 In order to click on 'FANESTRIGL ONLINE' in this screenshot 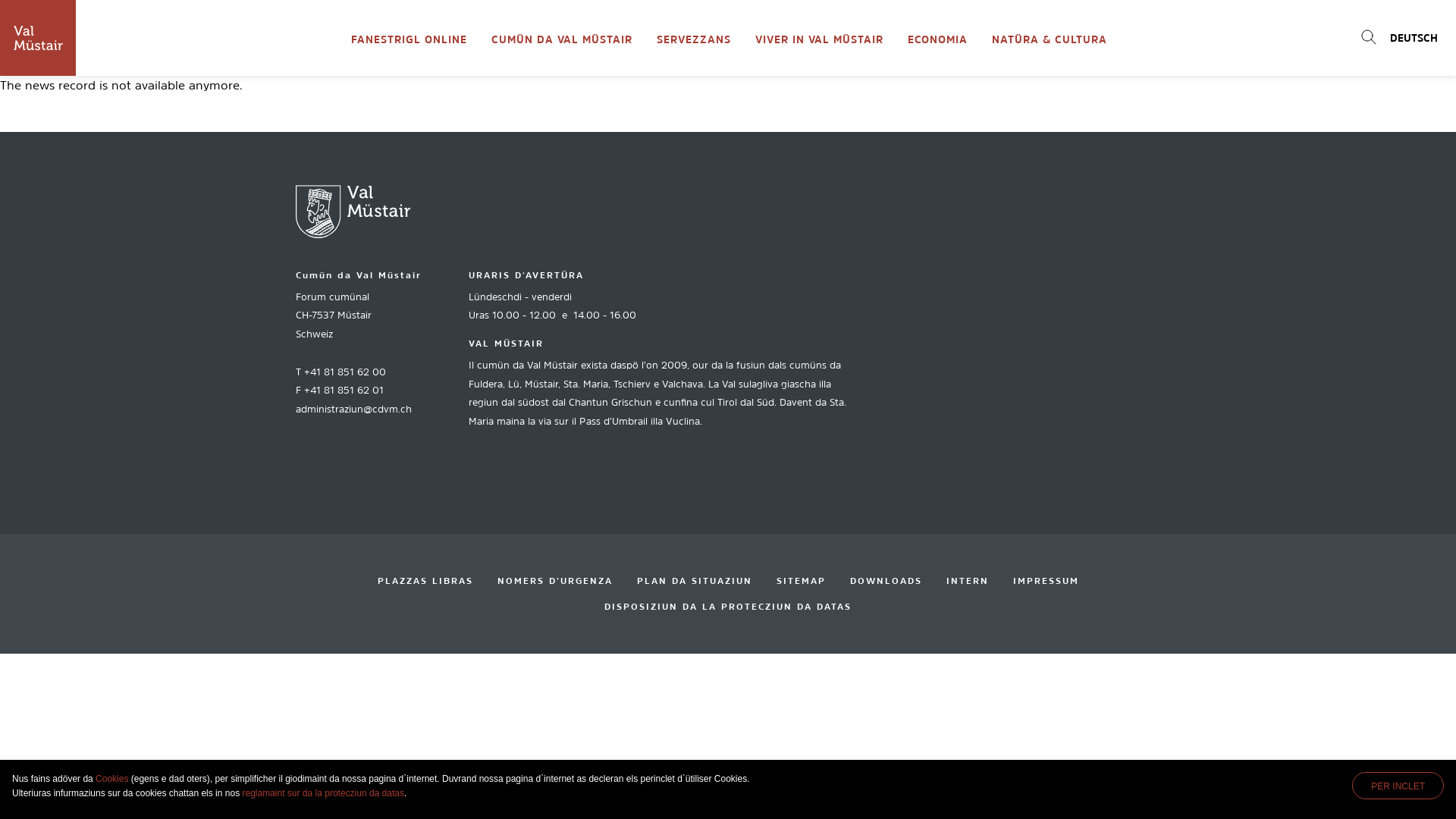, I will do `click(337, 37)`.